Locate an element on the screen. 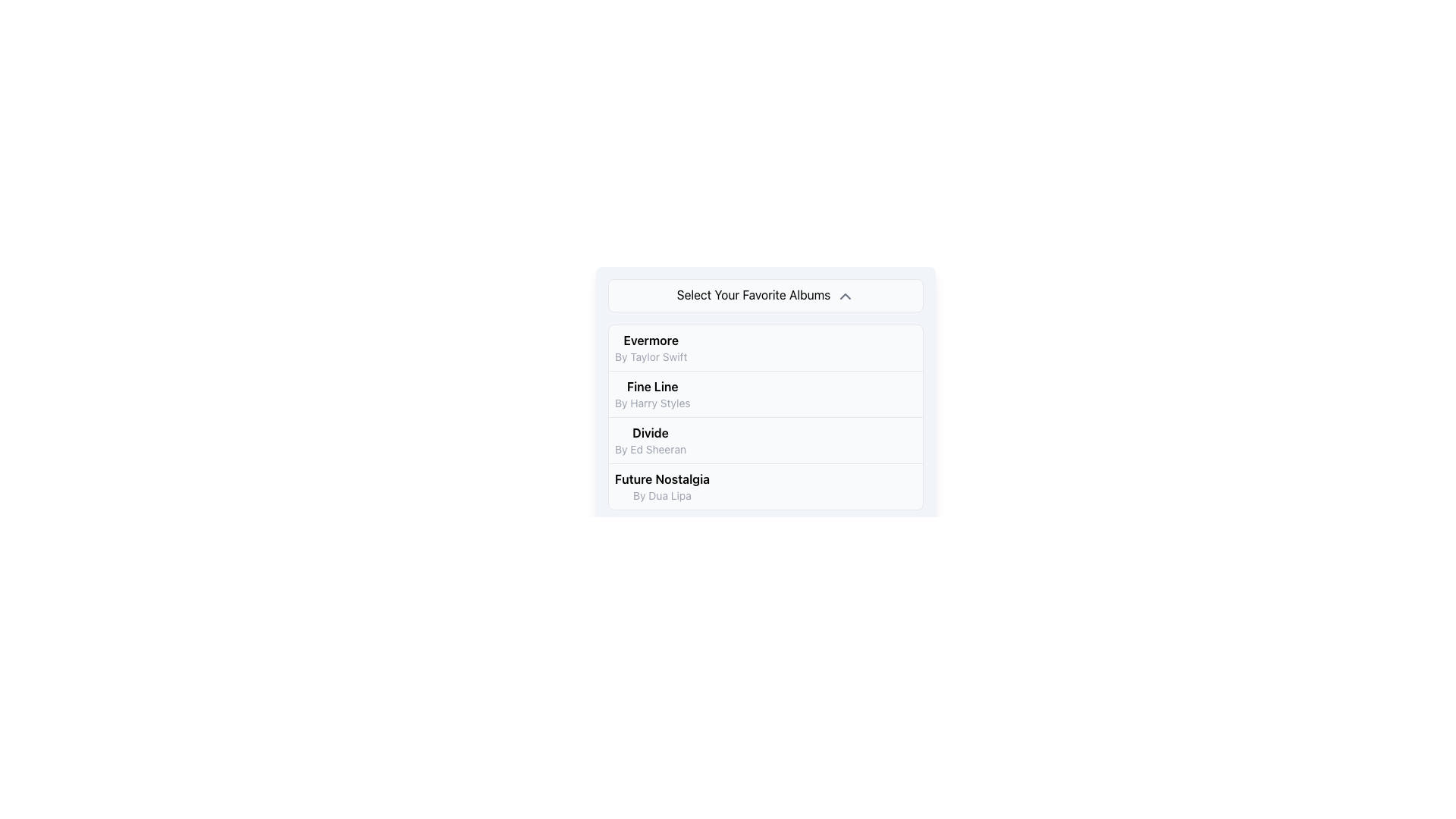  the selectable list item representing the album 'Fine Line' by Harry Styles is located at coordinates (765, 393).